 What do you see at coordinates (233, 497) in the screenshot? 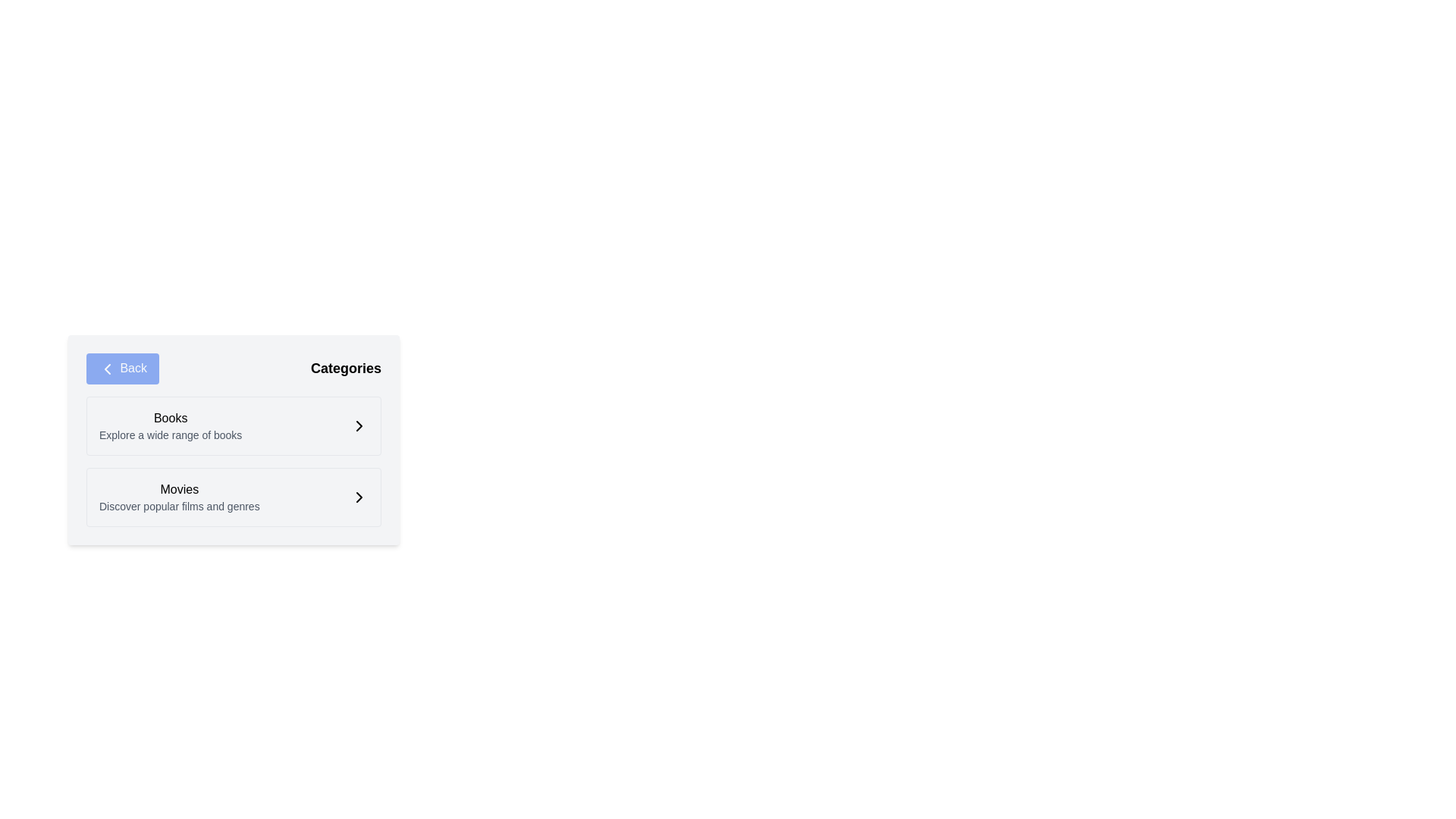
I see `the 'Movies' button-like panel, which has a rounded border, light gray background, and contains a bold title 'Movies' with a description below` at bounding box center [233, 497].